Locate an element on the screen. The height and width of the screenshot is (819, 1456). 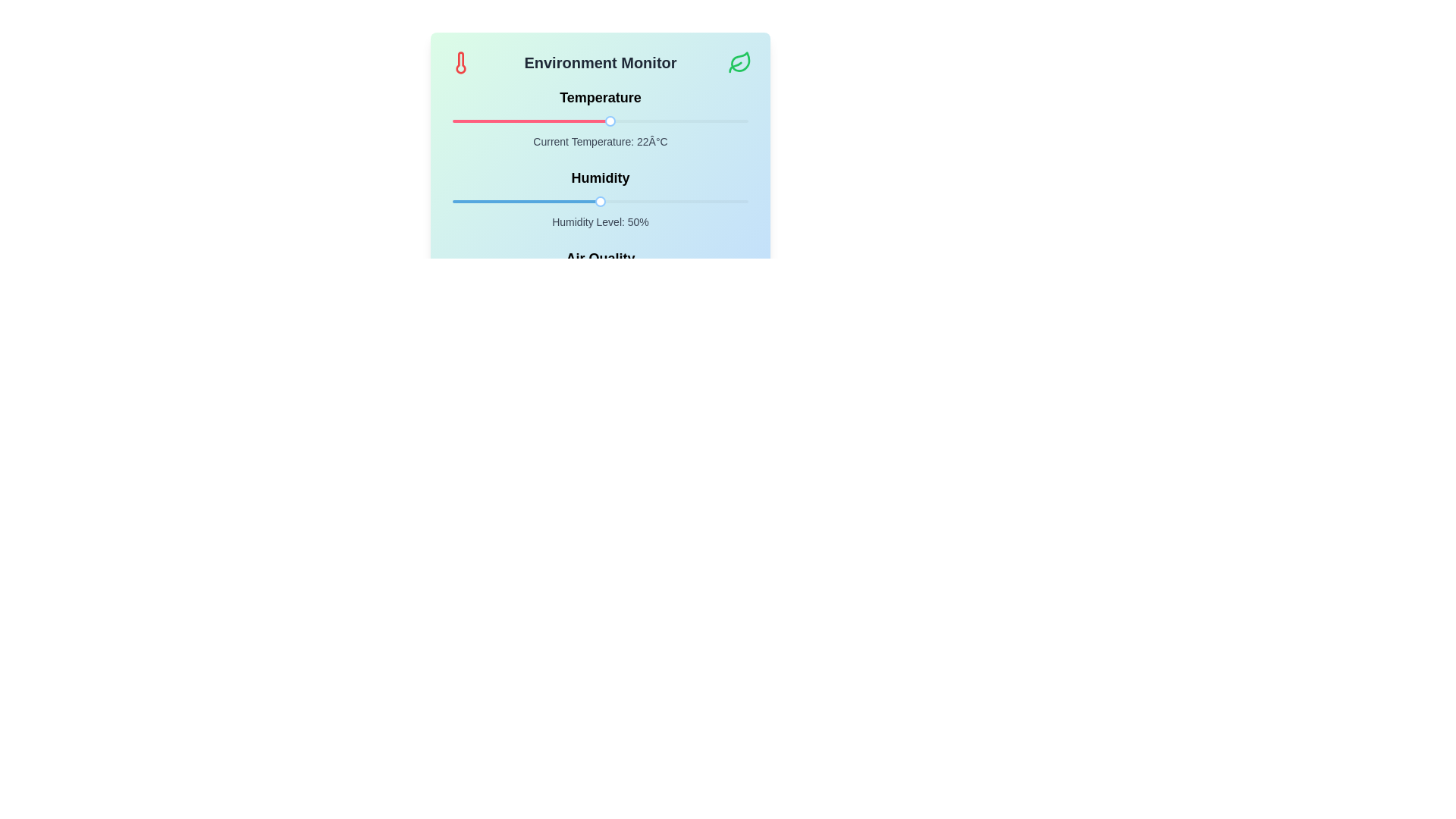
the humidity is located at coordinates (567, 201).